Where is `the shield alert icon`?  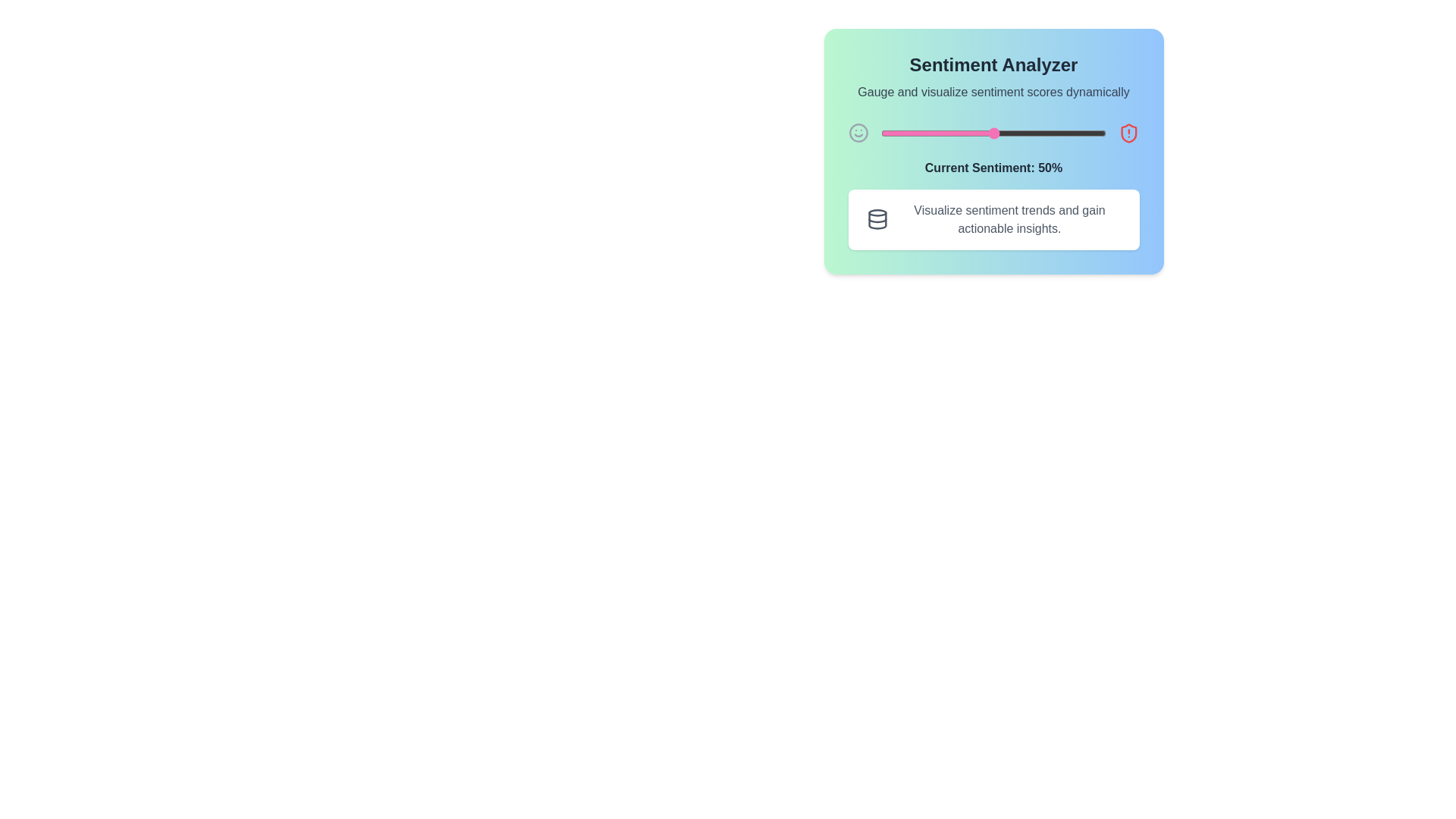
the shield alert icon is located at coordinates (1128, 133).